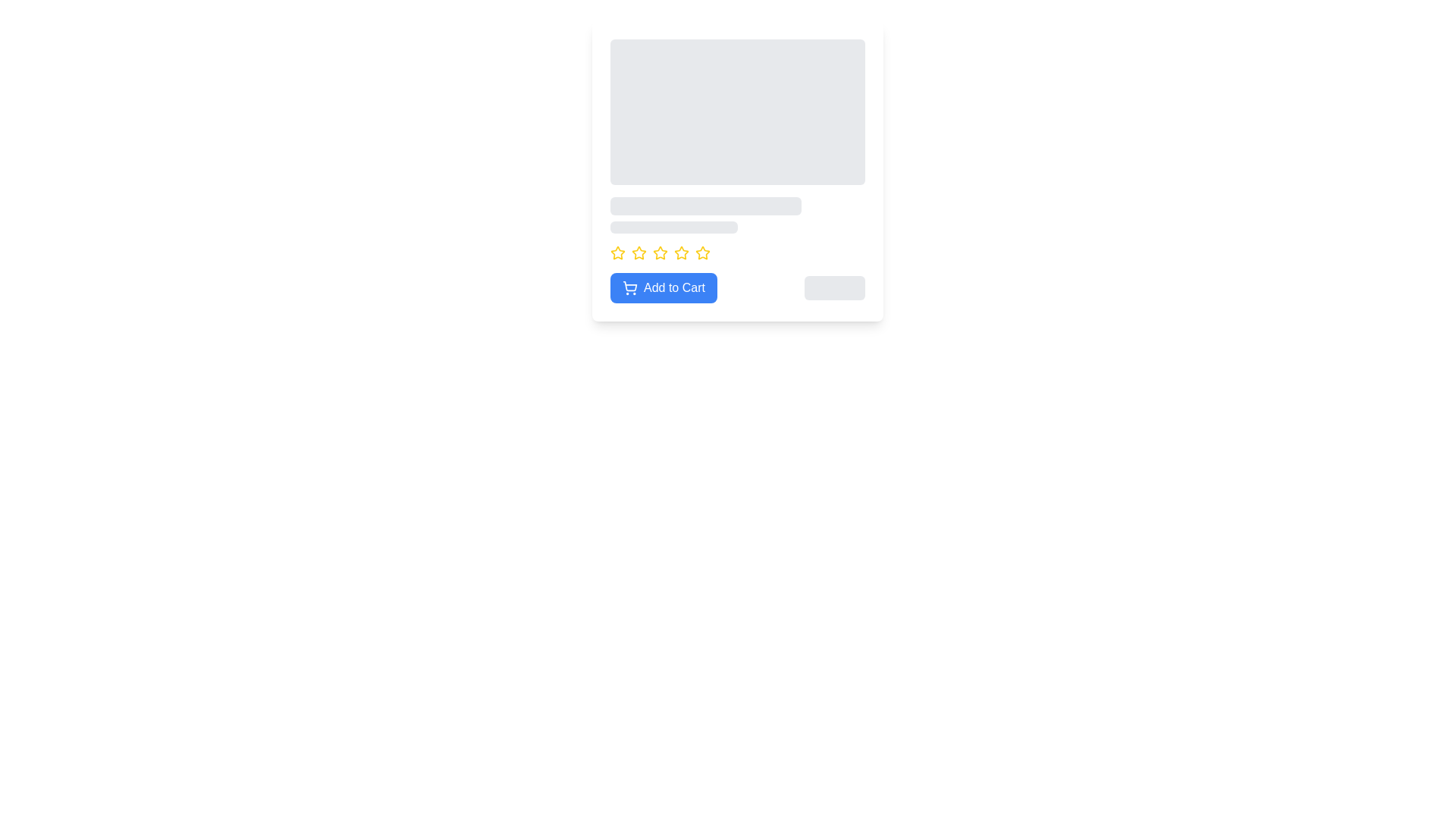 This screenshot has width=1456, height=819. I want to click on the fourth star in the rating system, so click(679, 251).